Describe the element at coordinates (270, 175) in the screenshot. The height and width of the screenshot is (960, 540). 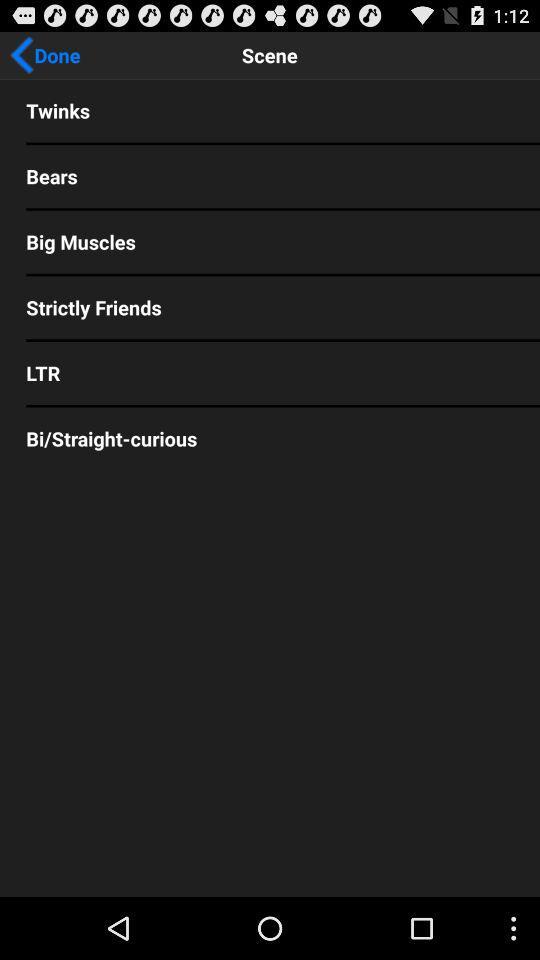
I see `bears item` at that location.